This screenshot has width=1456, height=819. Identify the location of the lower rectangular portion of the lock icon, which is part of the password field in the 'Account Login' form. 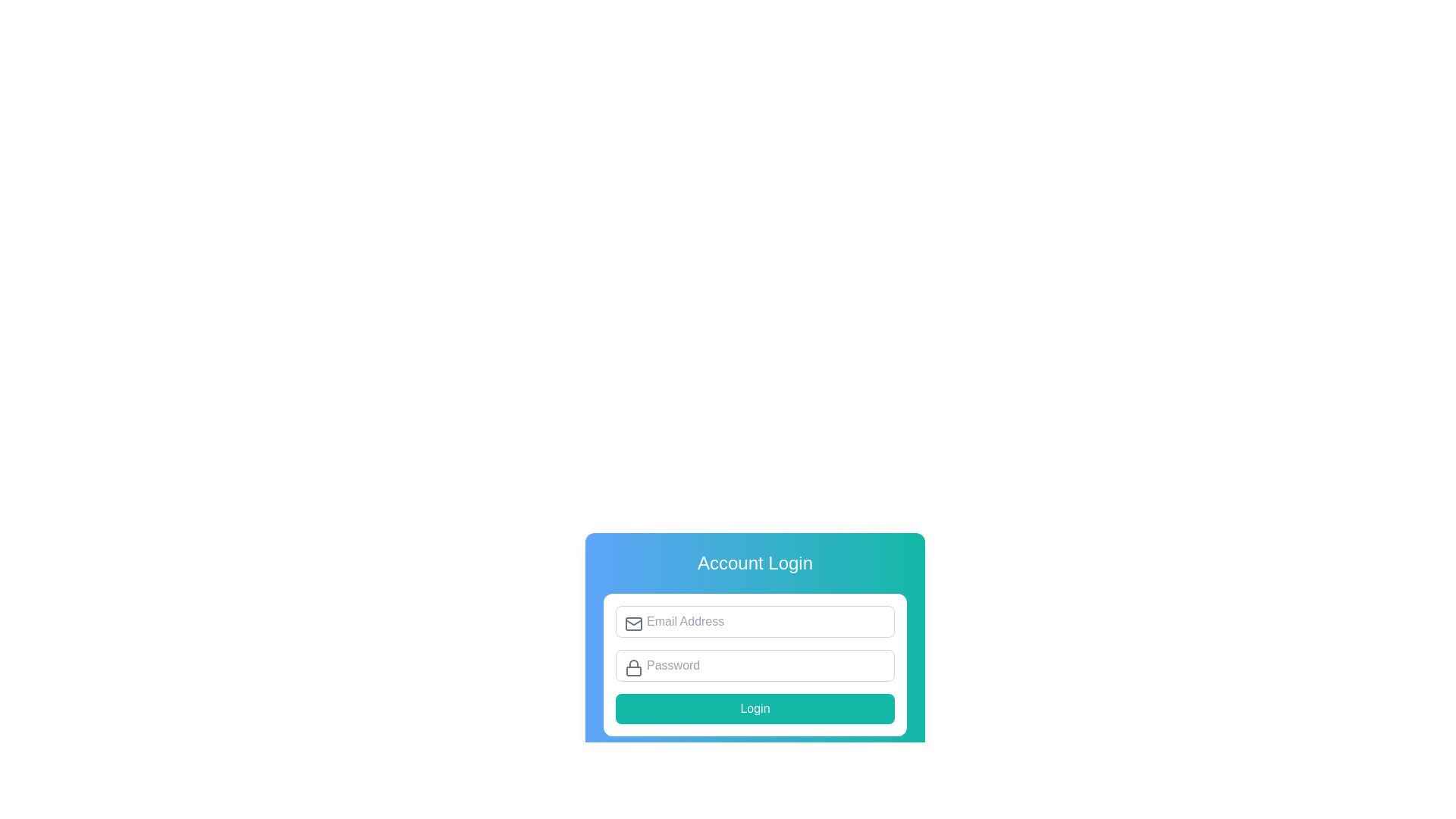
(633, 670).